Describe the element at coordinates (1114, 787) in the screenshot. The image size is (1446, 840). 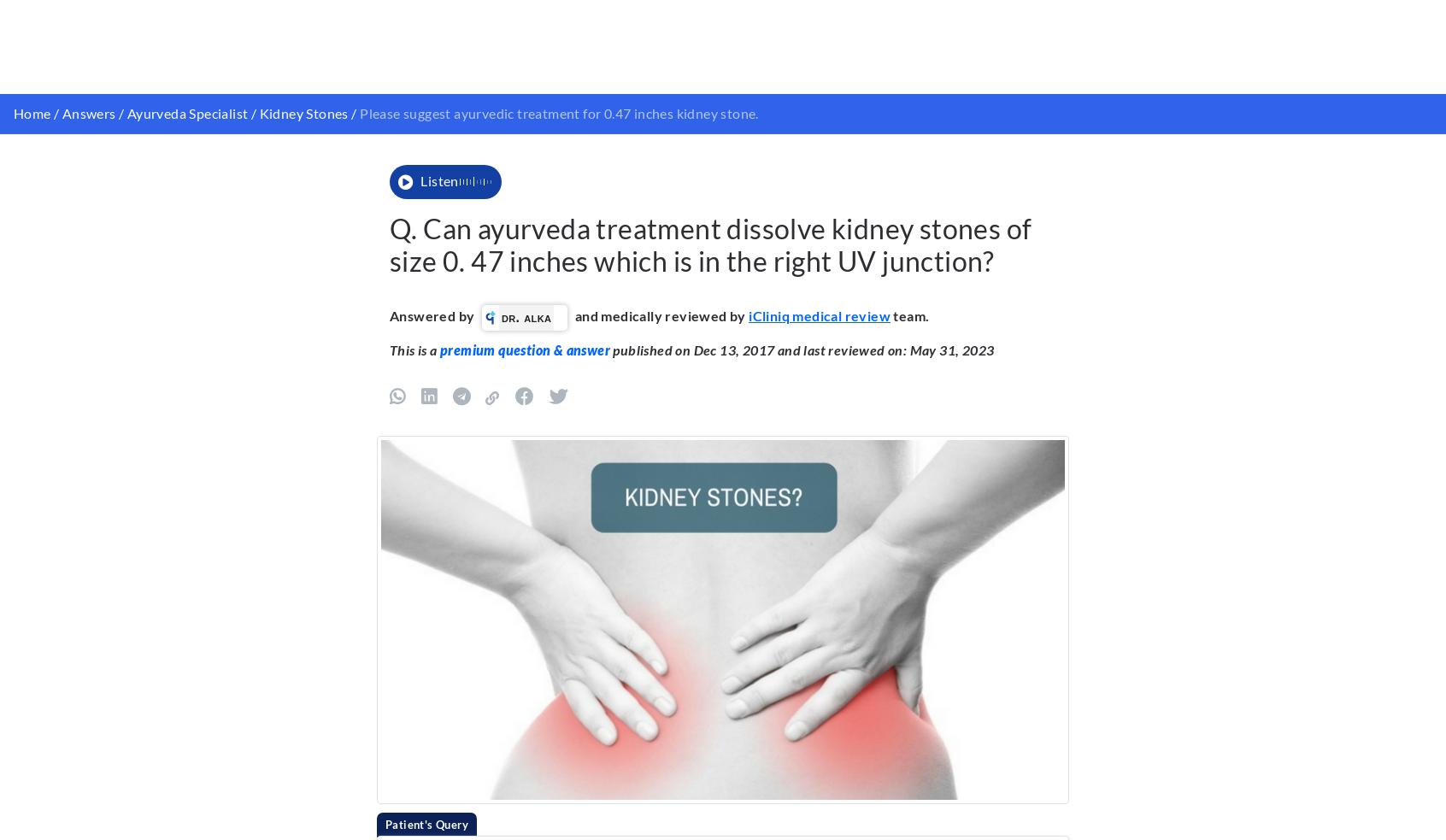
I see `'24/7 Support'` at that location.